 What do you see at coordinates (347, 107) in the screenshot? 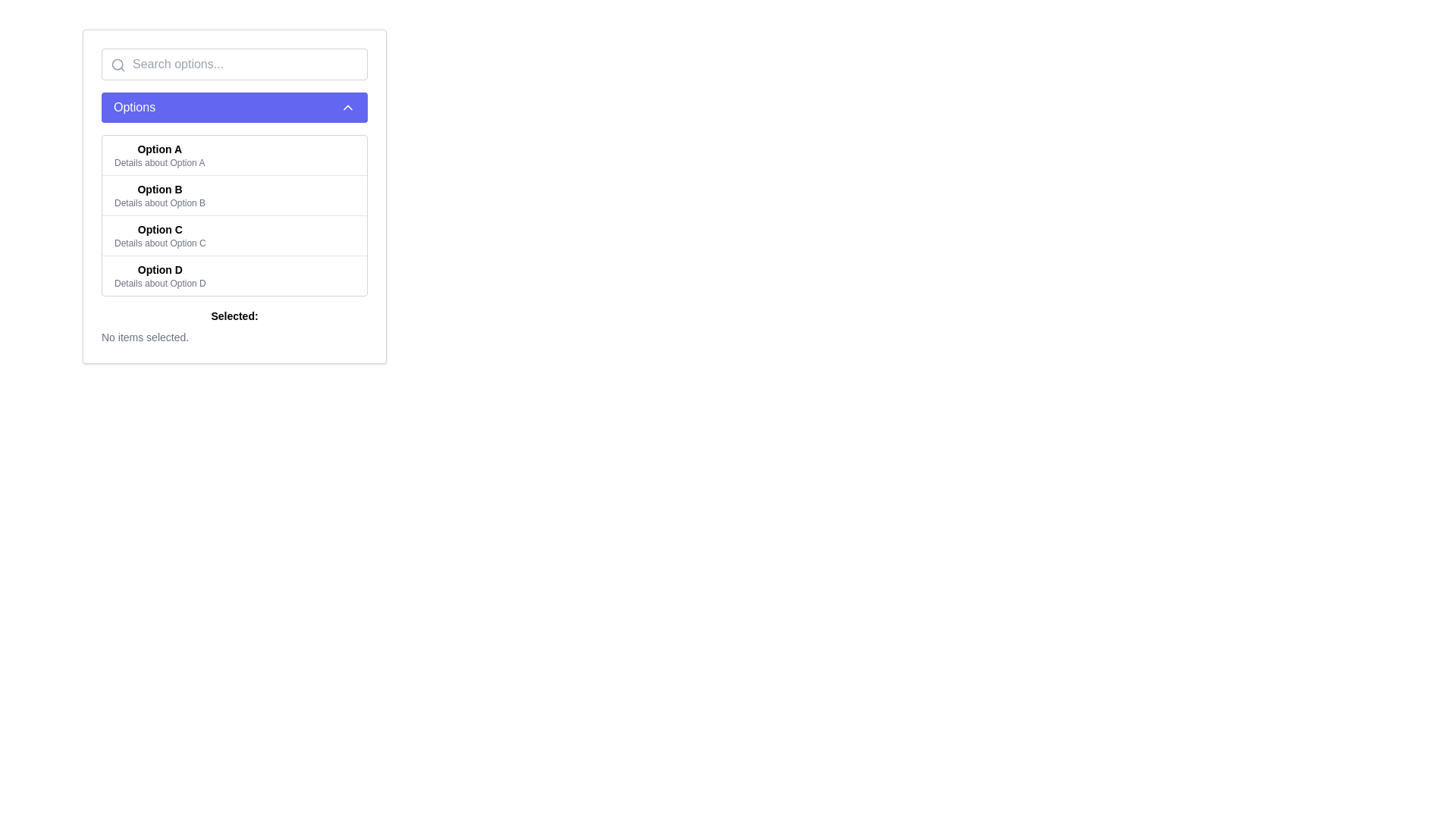
I see `the small upward-pointing chevron icon located at the far right end of the 'Options' button` at bounding box center [347, 107].